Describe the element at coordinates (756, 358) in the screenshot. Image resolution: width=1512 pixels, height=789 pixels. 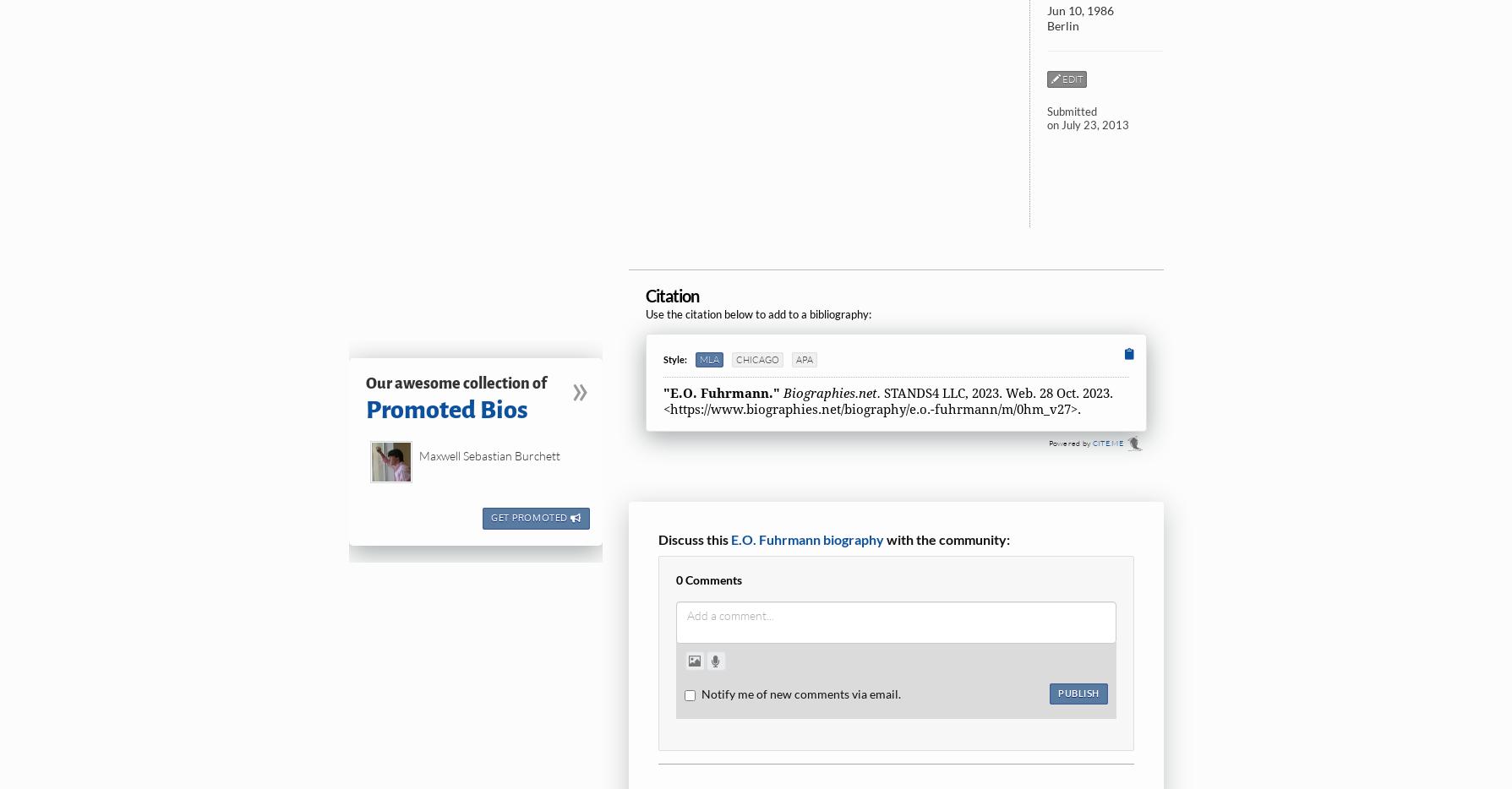
I see `'Chicago'` at that location.